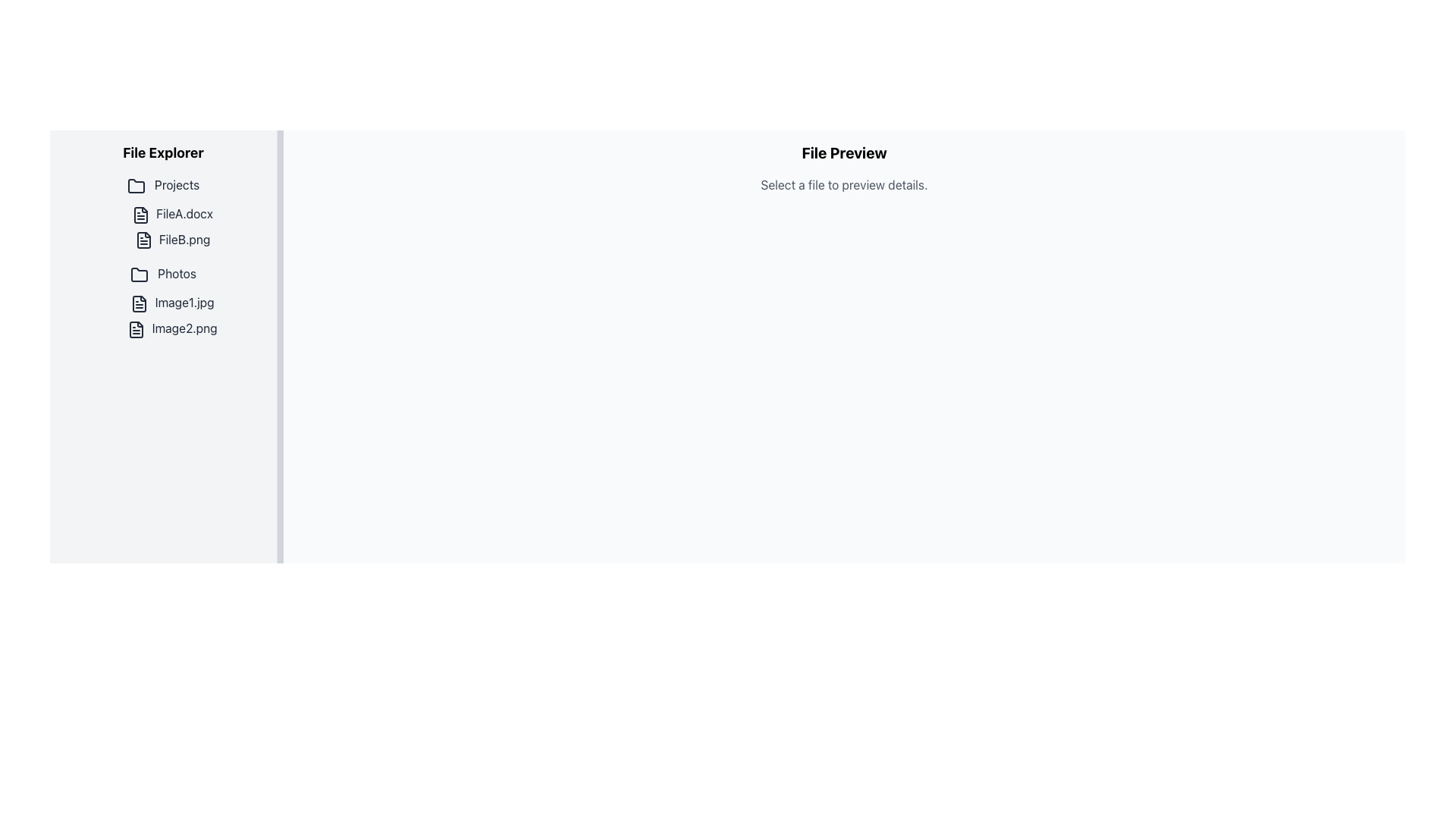 Image resolution: width=1456 pixels, height=819 pixels. What do you see at coordinates (136, 328) in the screenshot?
I see `the graphical icon representing the image file 'Image2.png' in the file explorer` at bounding box center [136, 328].